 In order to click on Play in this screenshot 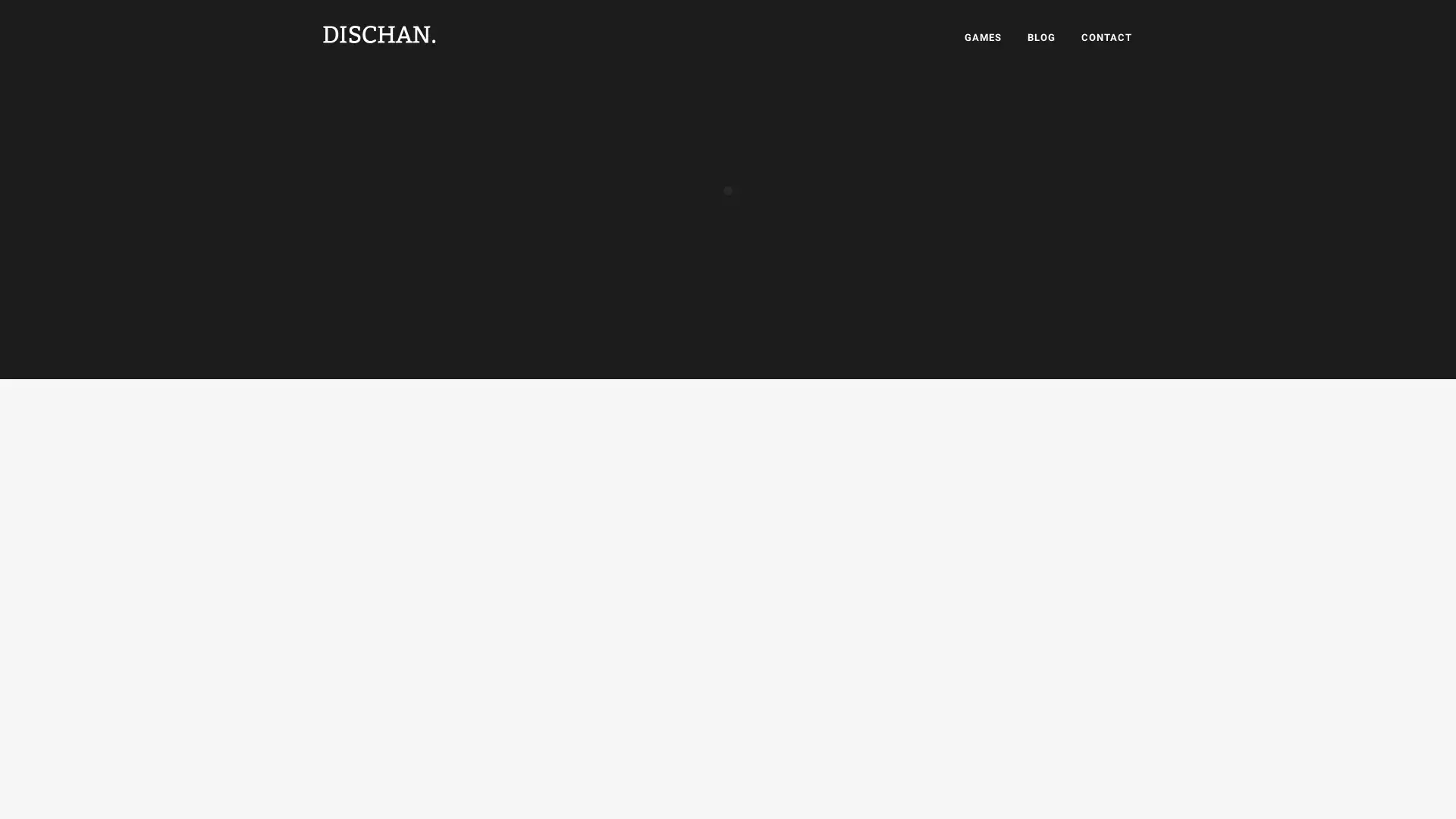, I will do `click(960, 130)`.